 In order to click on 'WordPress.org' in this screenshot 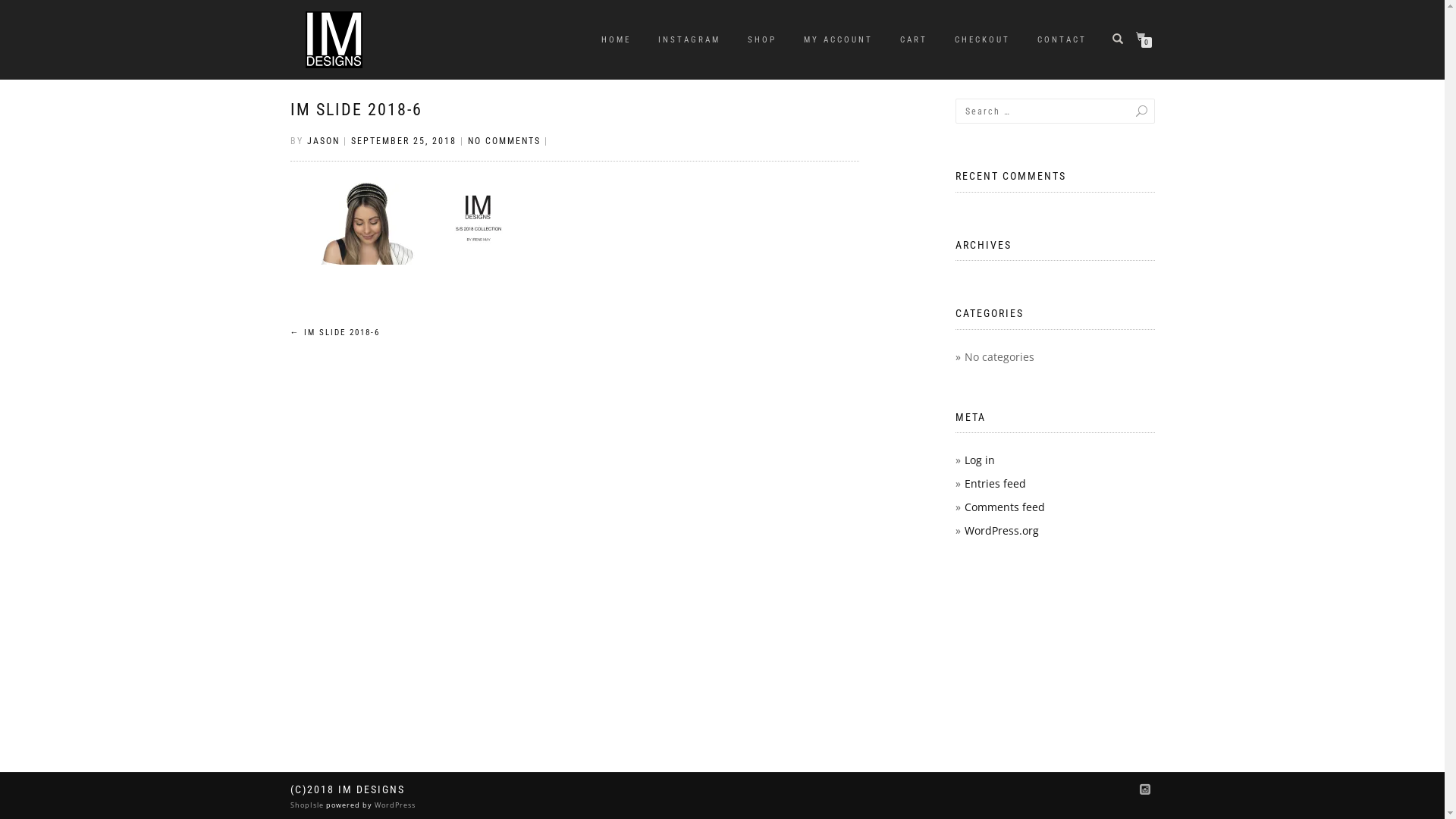, I will do `click(1001, 529)`.